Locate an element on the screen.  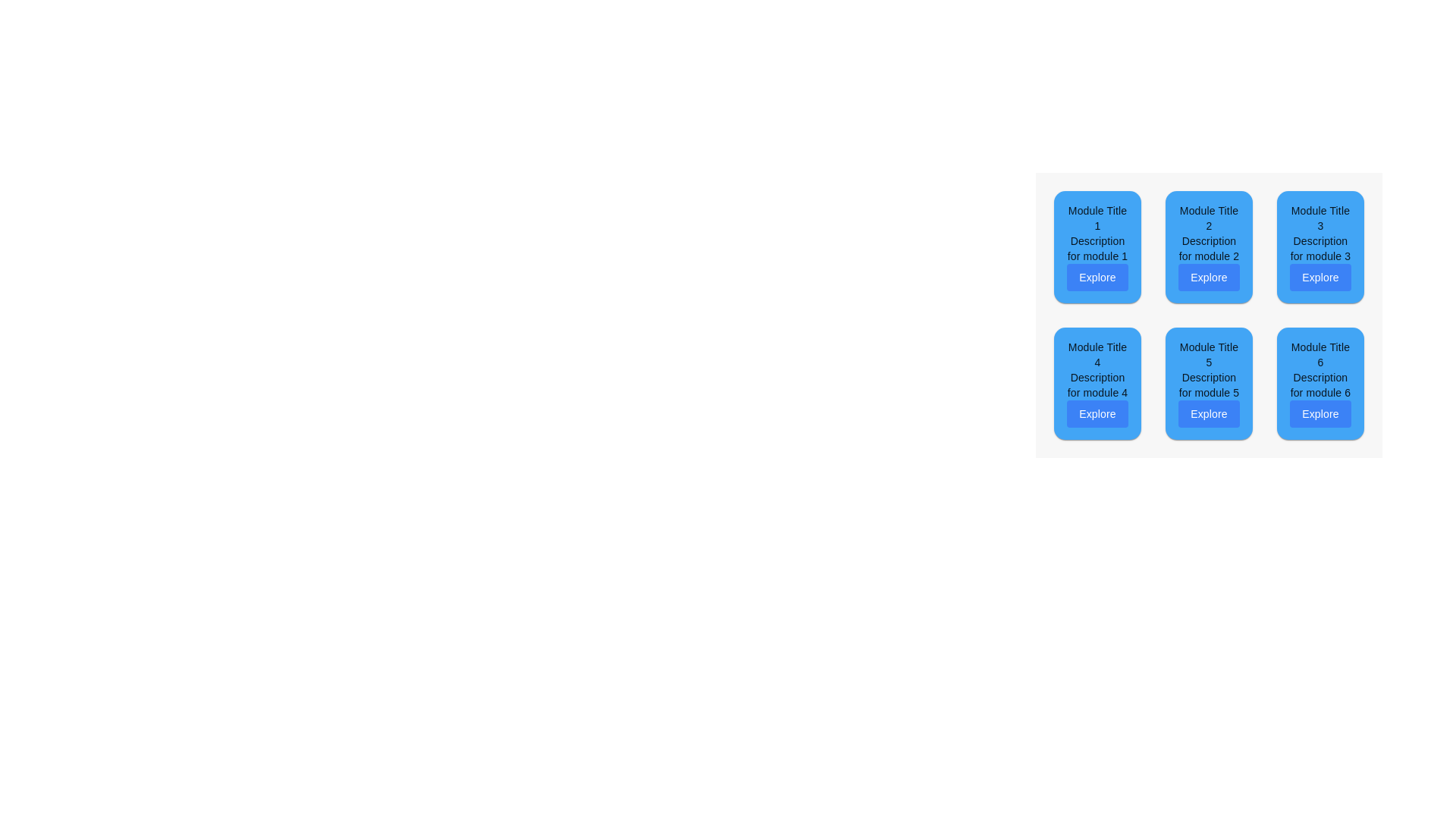
the text label containing 'Description for module 2' which is centrally placed under 'Module Title 2' and above the 'Explore' button is located at coordinates (1208, 248).